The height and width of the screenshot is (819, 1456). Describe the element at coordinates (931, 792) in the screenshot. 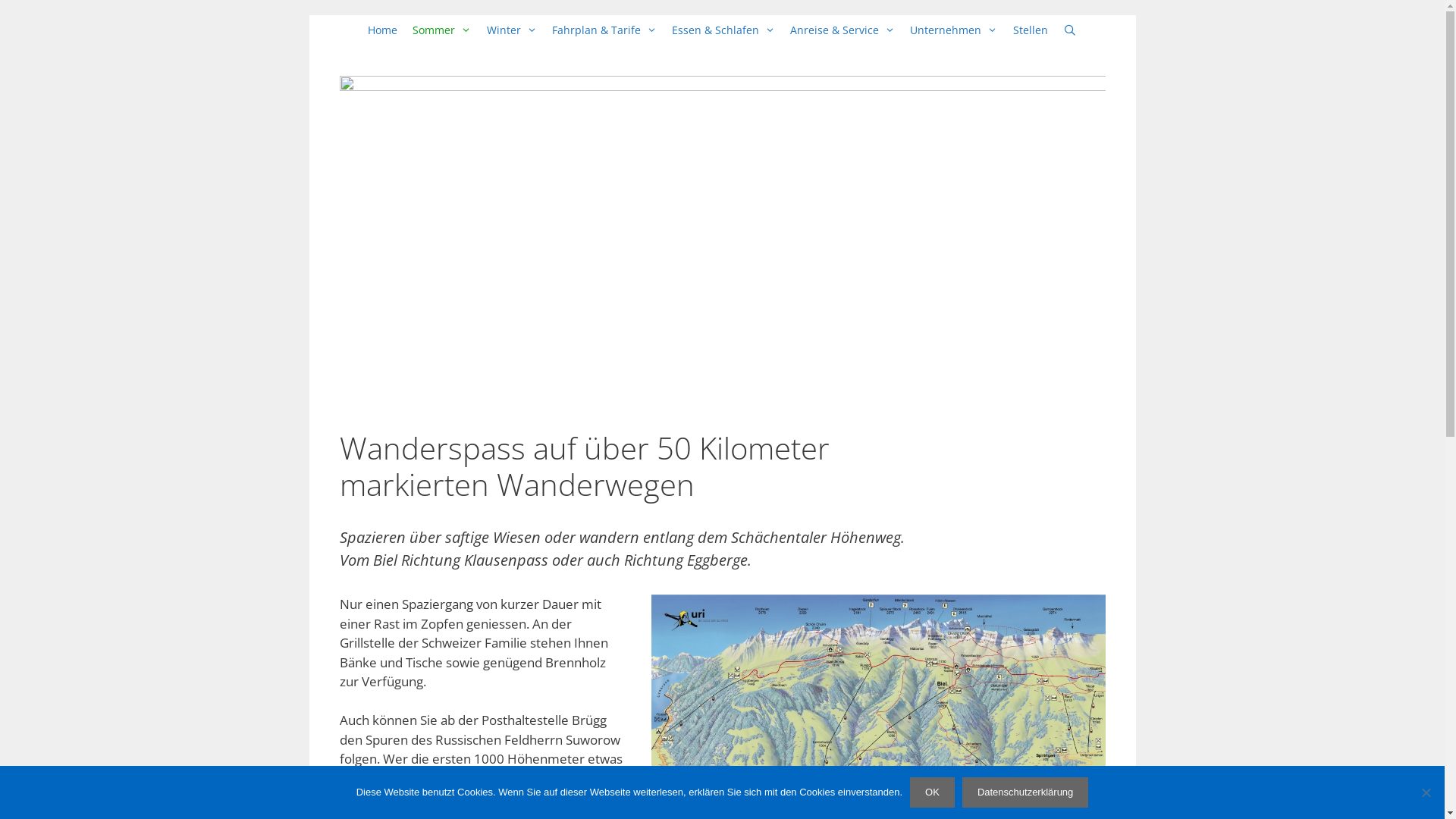

I see `'OK'` at that location.